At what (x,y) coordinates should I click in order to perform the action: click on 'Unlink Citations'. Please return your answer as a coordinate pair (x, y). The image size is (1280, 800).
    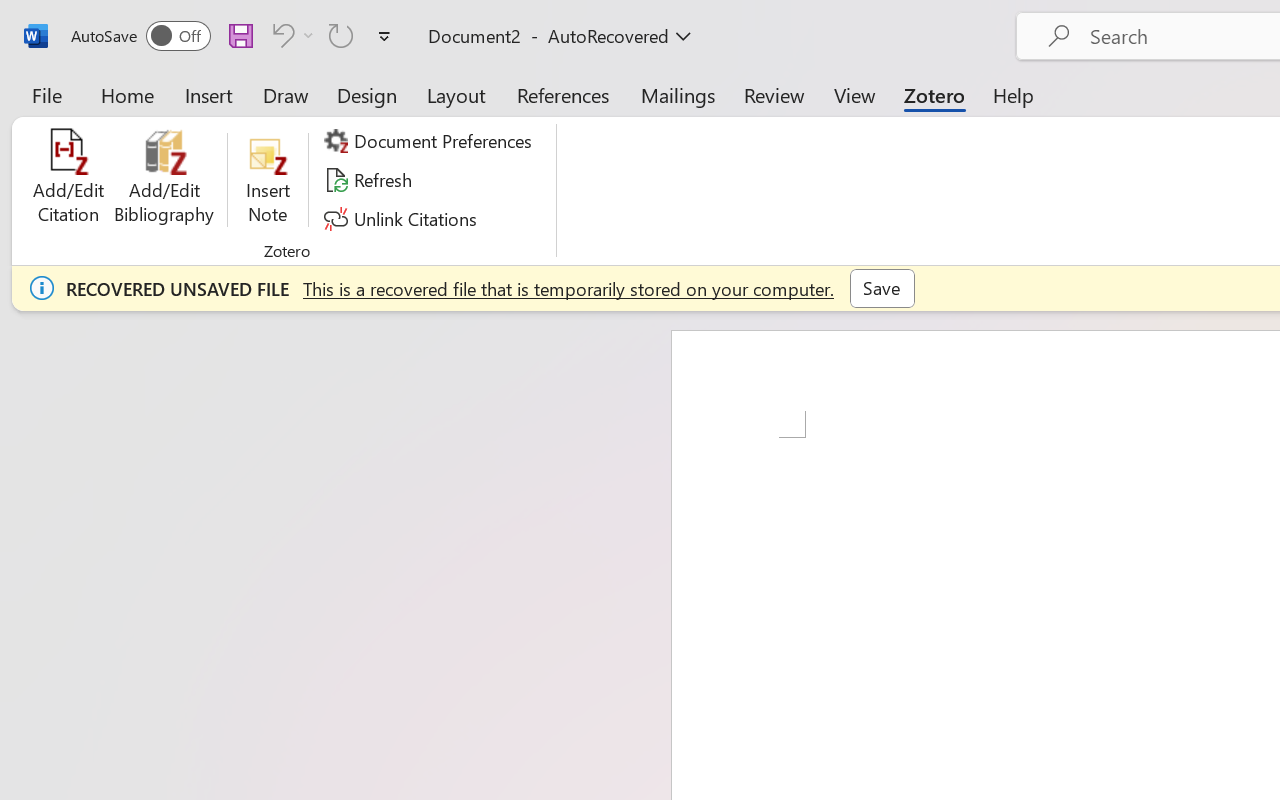
    Looking at the image, I should click on (402, 218).